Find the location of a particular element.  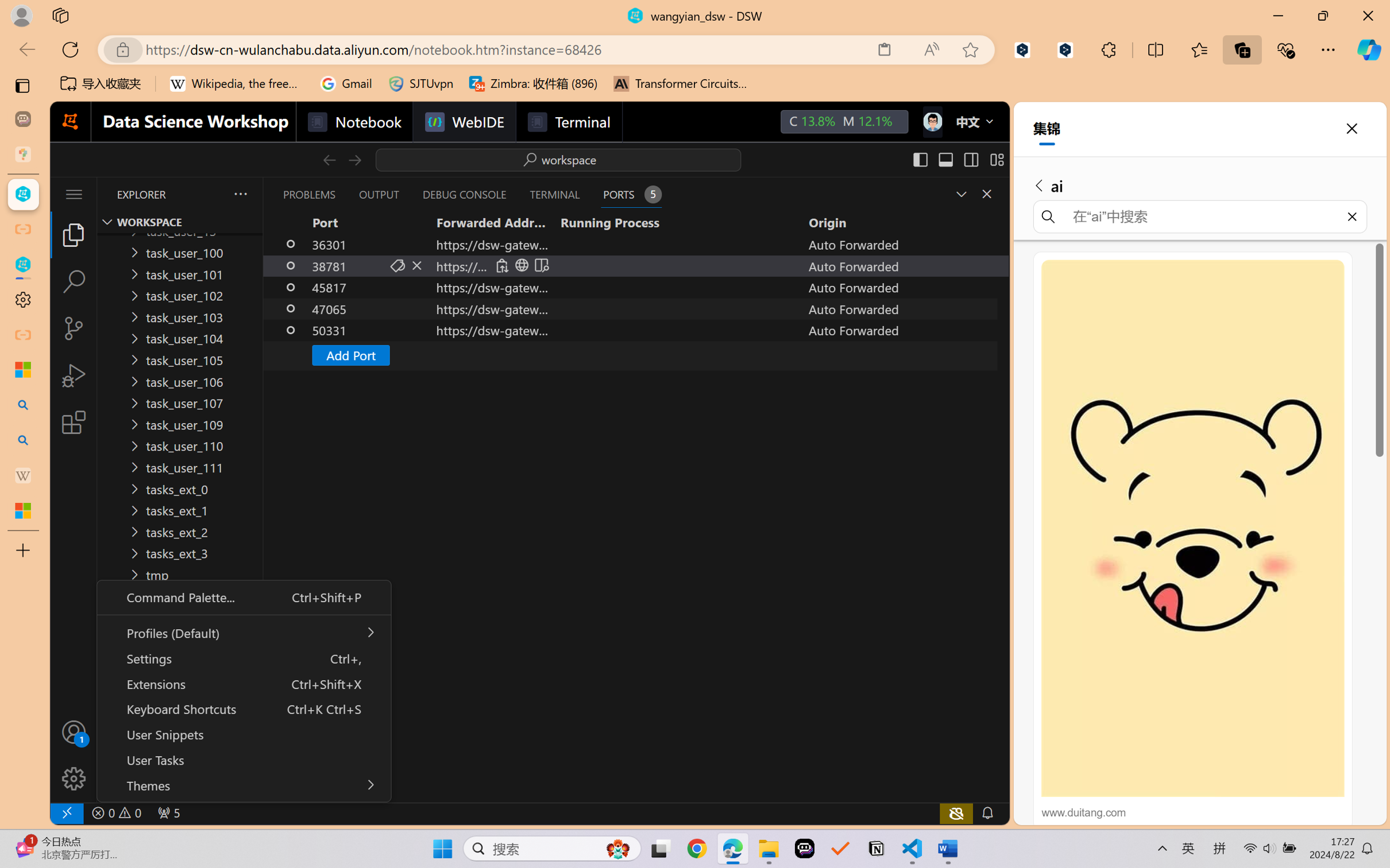

'WebIDE' is located at coordinates (464, 121).